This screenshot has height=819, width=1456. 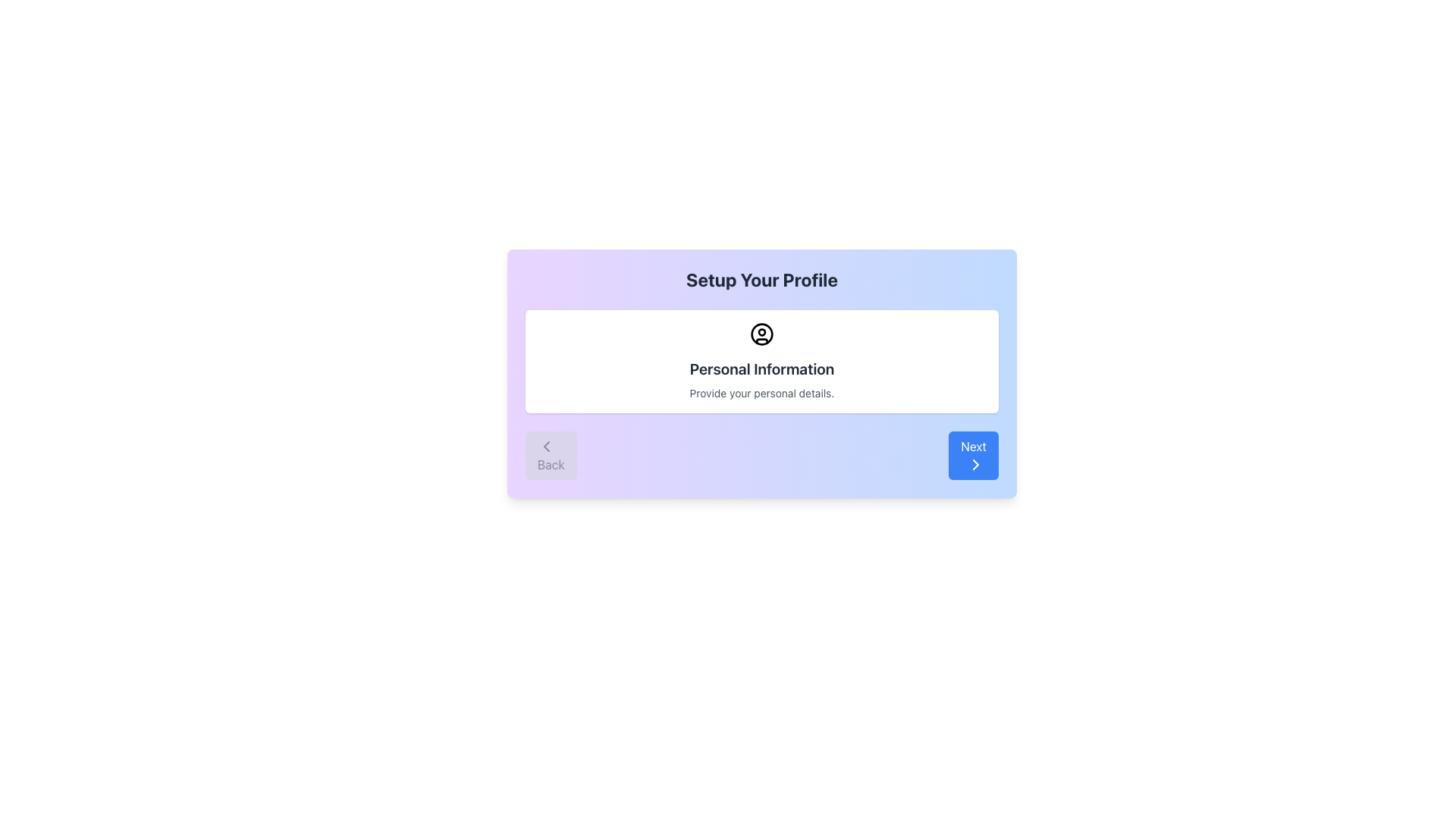 I want to click on the 'Next' button located in the bottom right corner of the card interface, so click(x=974, y=455).